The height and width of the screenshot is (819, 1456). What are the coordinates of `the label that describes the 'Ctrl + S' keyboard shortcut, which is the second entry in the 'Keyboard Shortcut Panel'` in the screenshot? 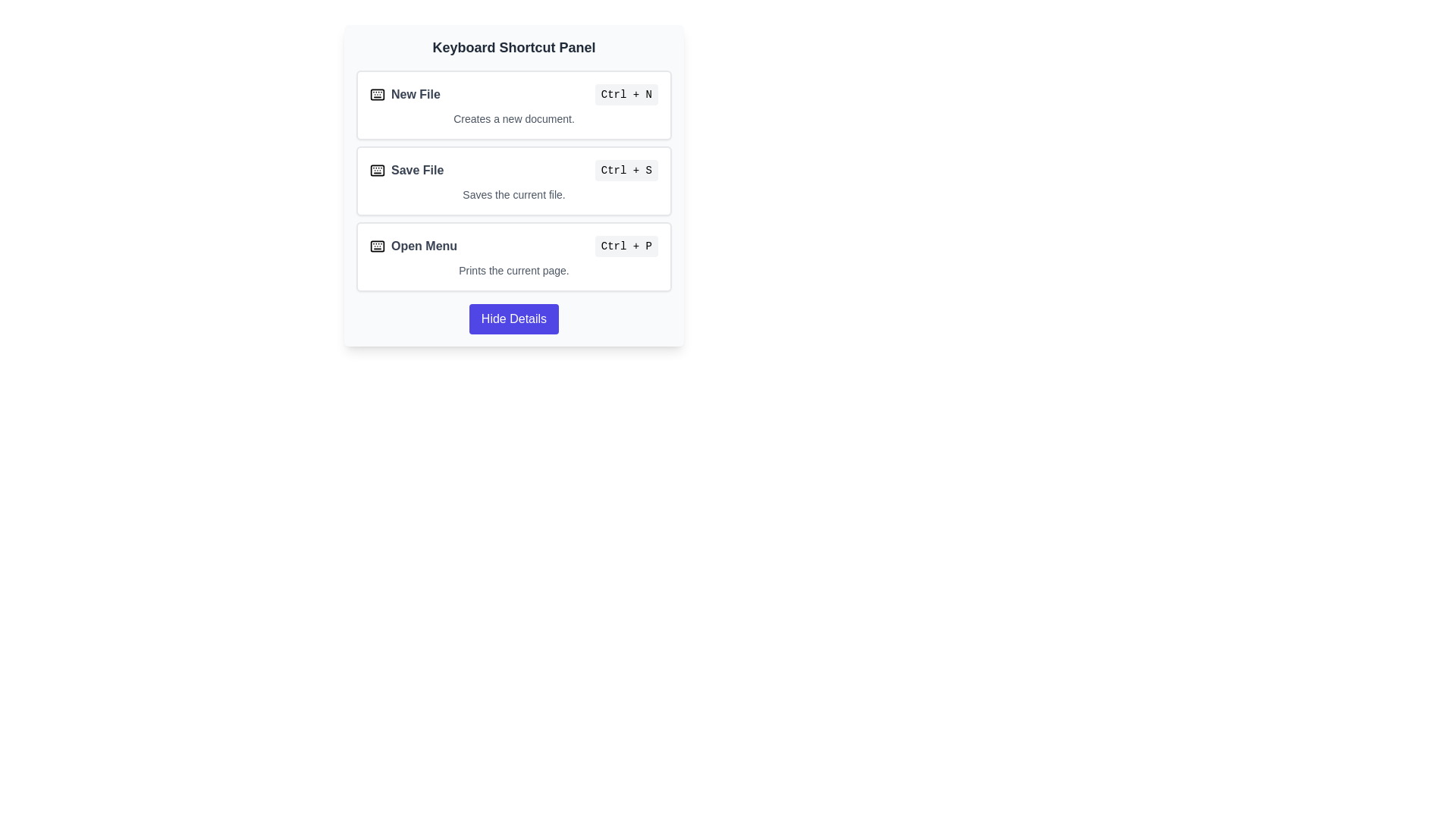 It's located at (406, 170).